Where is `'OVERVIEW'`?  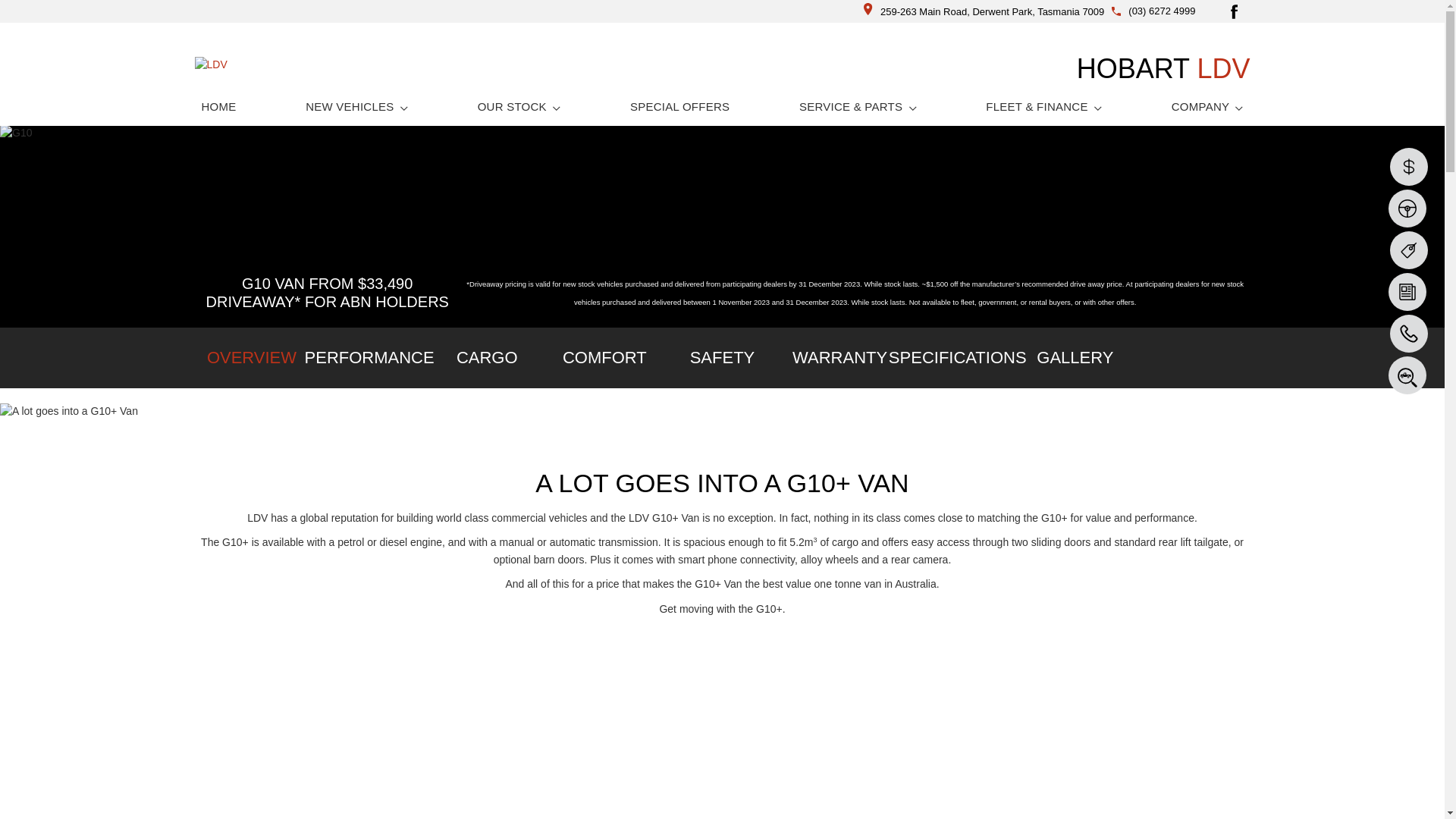 'OVERVIEW' is located at coordinates (251, 357).